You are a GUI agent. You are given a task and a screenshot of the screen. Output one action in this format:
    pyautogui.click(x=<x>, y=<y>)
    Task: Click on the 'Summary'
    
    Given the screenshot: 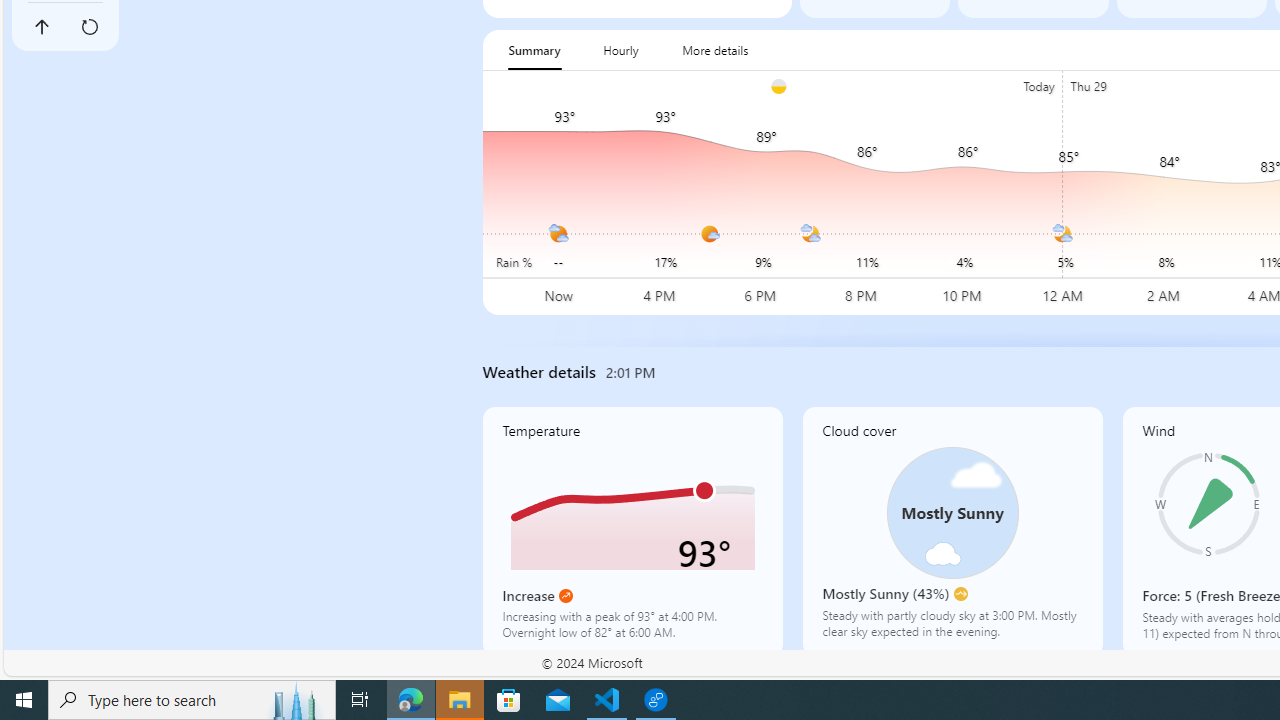 What is the action you would take?
    pyautogui.click(x=534, y=49)
    